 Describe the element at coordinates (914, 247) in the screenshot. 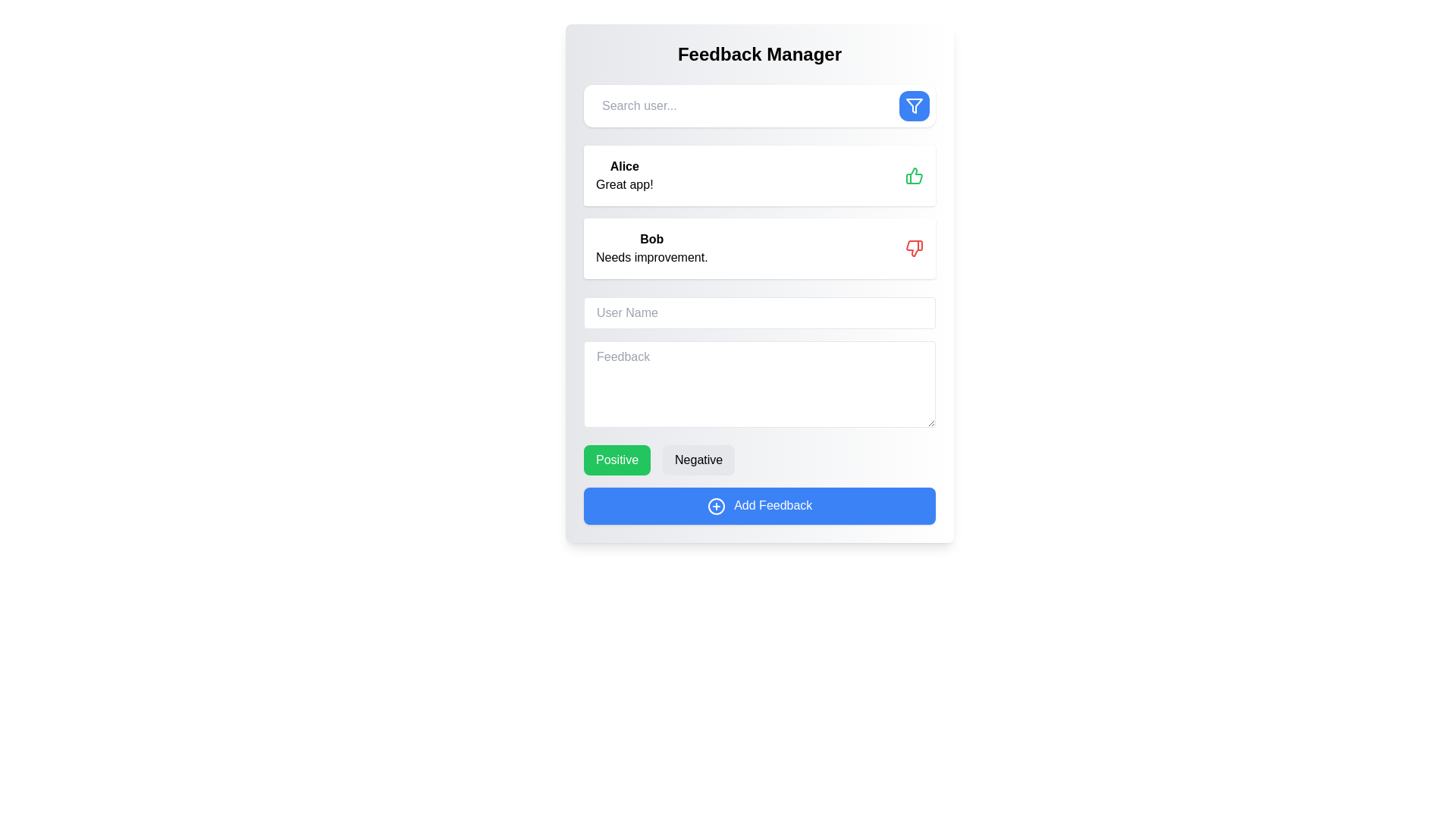

I see `the red thumbs-down icon located to the right of the user feedback labeled 'Bob Needs improvement.' in the second row of the feedback list` at that location.